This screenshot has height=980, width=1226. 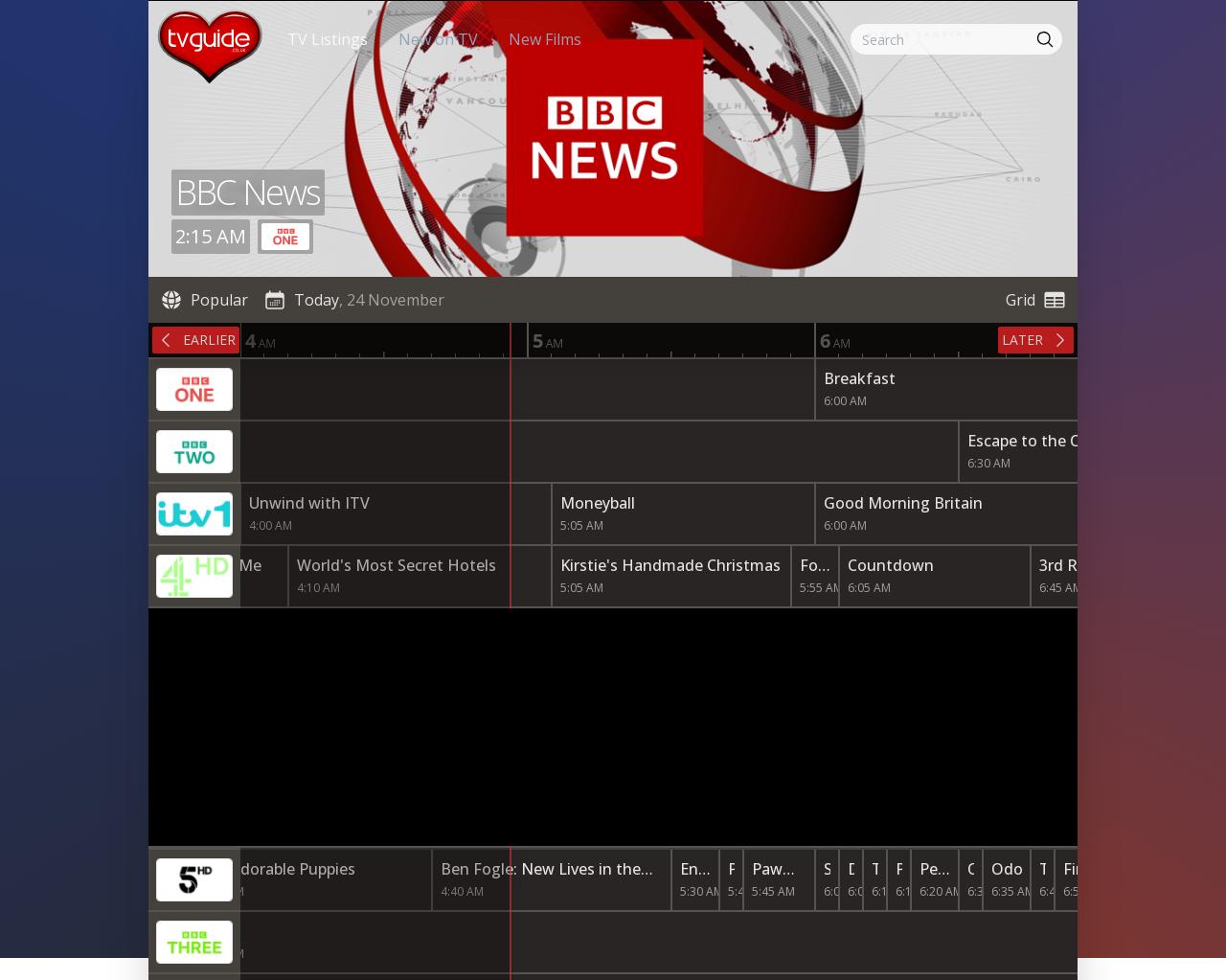 I want to click on '4:00 AM', so click(x=247, y=524).